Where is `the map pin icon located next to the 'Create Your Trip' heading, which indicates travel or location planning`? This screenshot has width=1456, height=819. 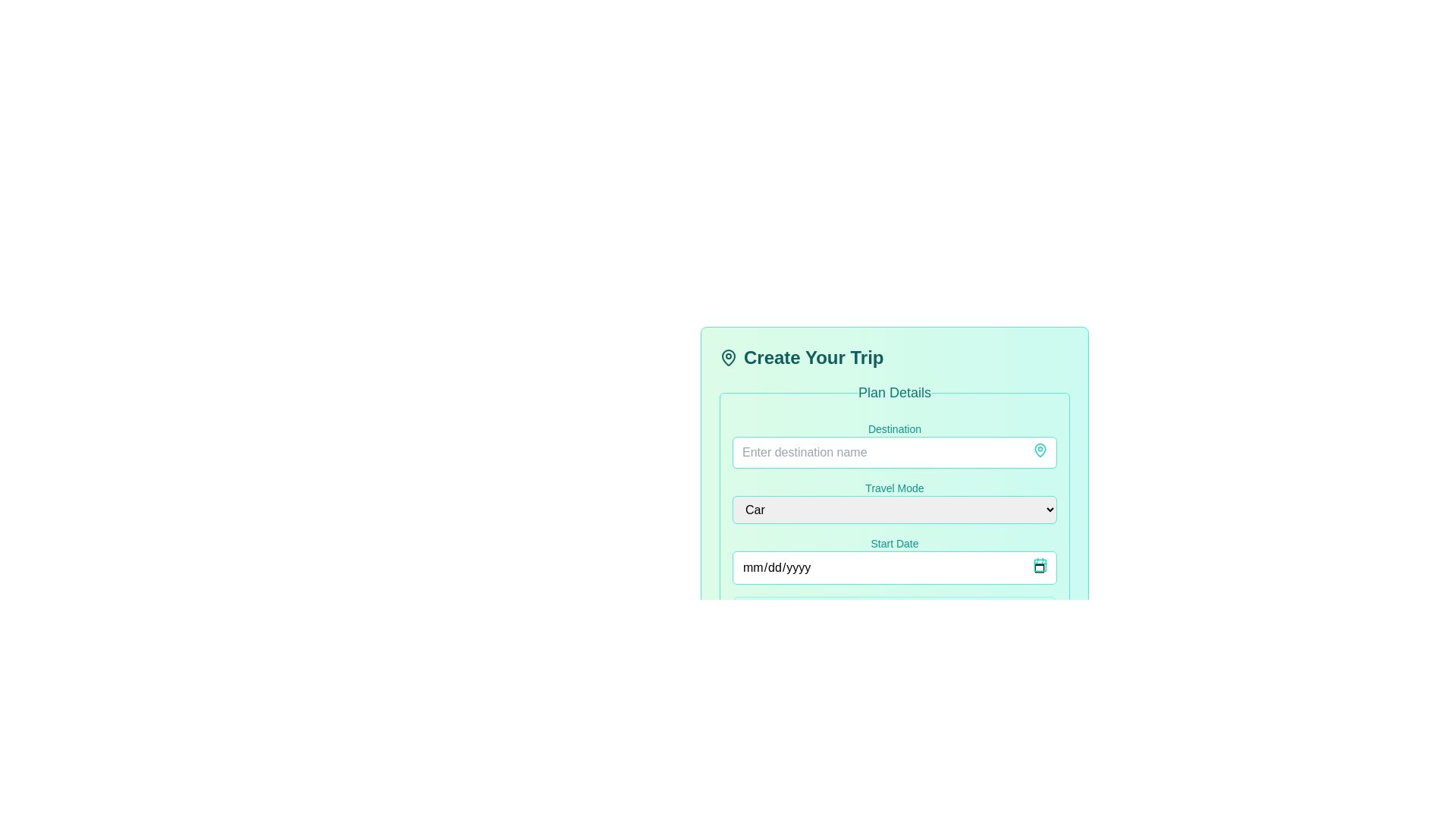
the map pin icon located next to the 'Create Your Trip' heading, which indicates travel or location planning is located at coordinates (1040, 449).